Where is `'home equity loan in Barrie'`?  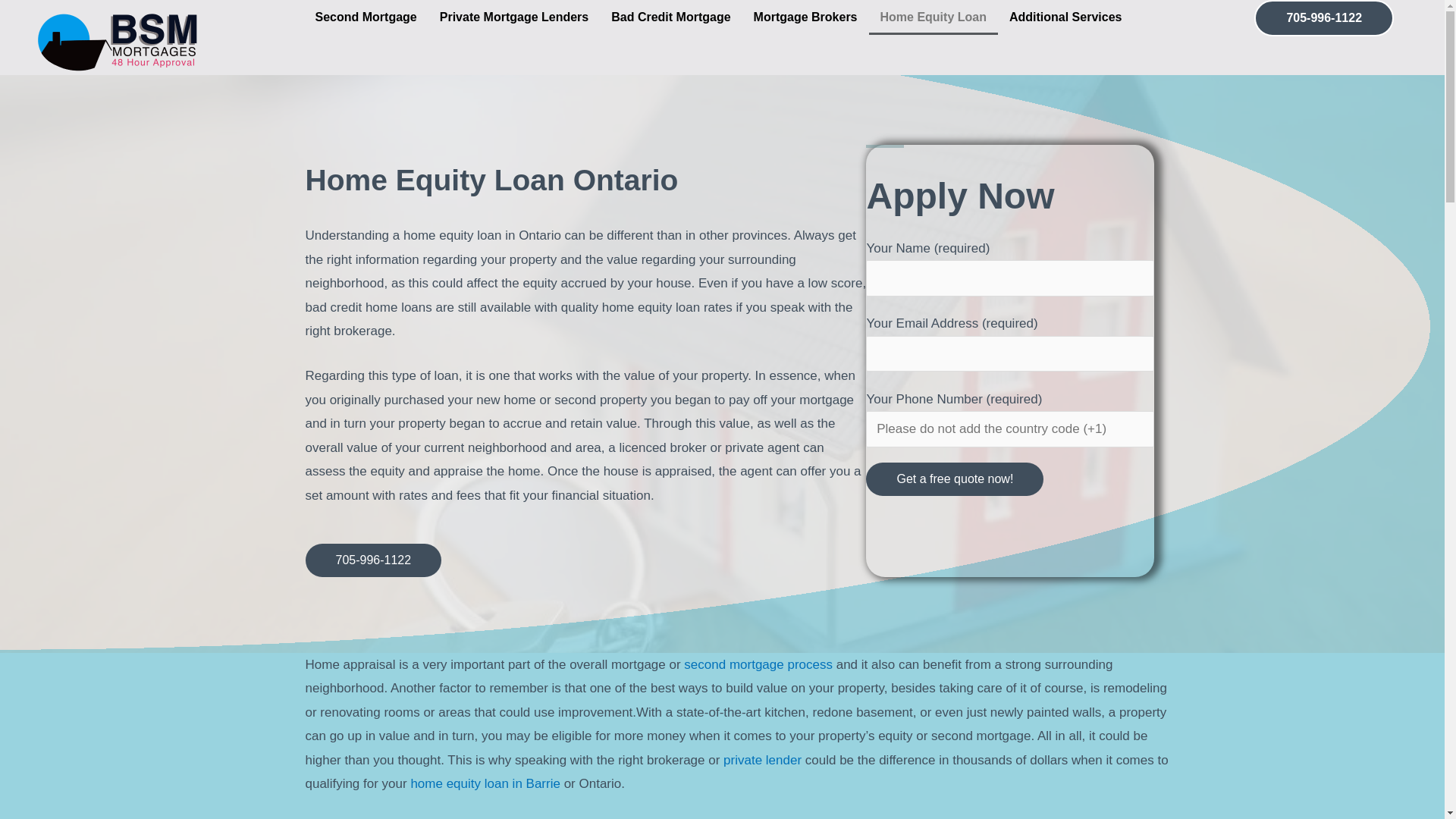
'home equity loan in Barrie' is located at coordinates (410, 783).